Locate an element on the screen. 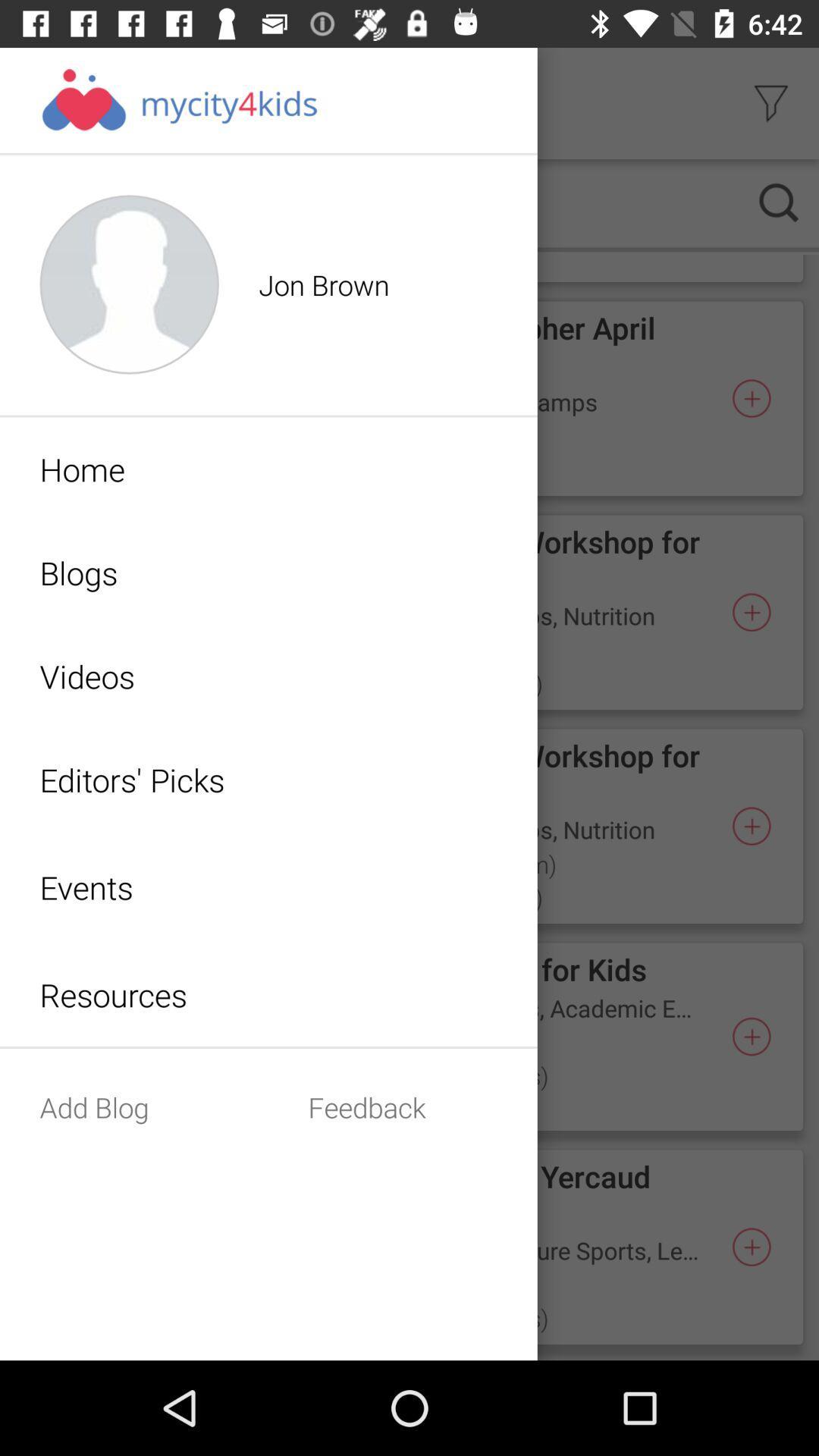 This screenshot has height=1456, width=819. filter icon on the top right corner of the page is located at coordinates (771, 103).